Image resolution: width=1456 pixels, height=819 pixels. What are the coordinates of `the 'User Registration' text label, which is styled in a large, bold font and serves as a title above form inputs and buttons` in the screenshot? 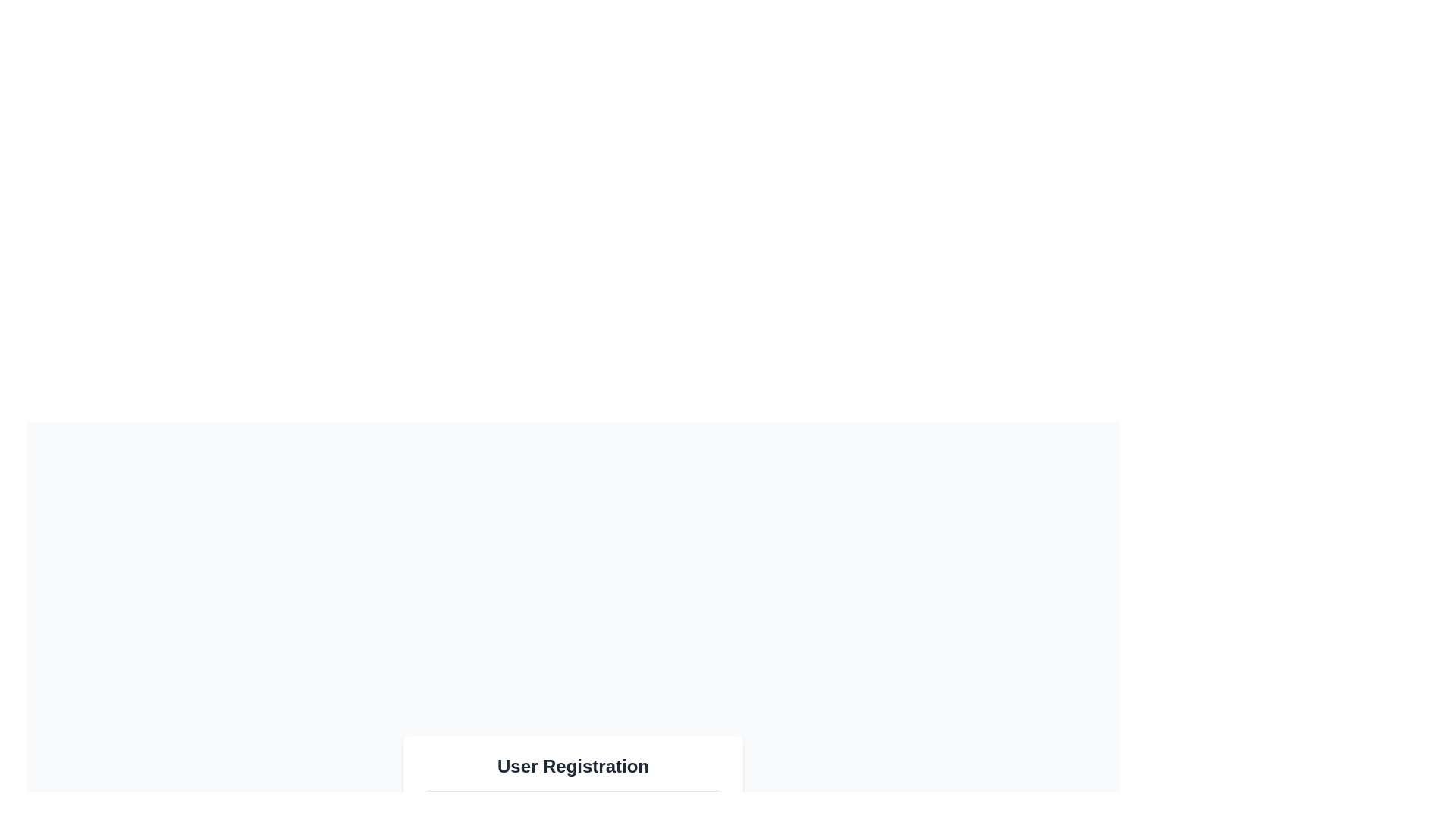 It's located at (572, 766).